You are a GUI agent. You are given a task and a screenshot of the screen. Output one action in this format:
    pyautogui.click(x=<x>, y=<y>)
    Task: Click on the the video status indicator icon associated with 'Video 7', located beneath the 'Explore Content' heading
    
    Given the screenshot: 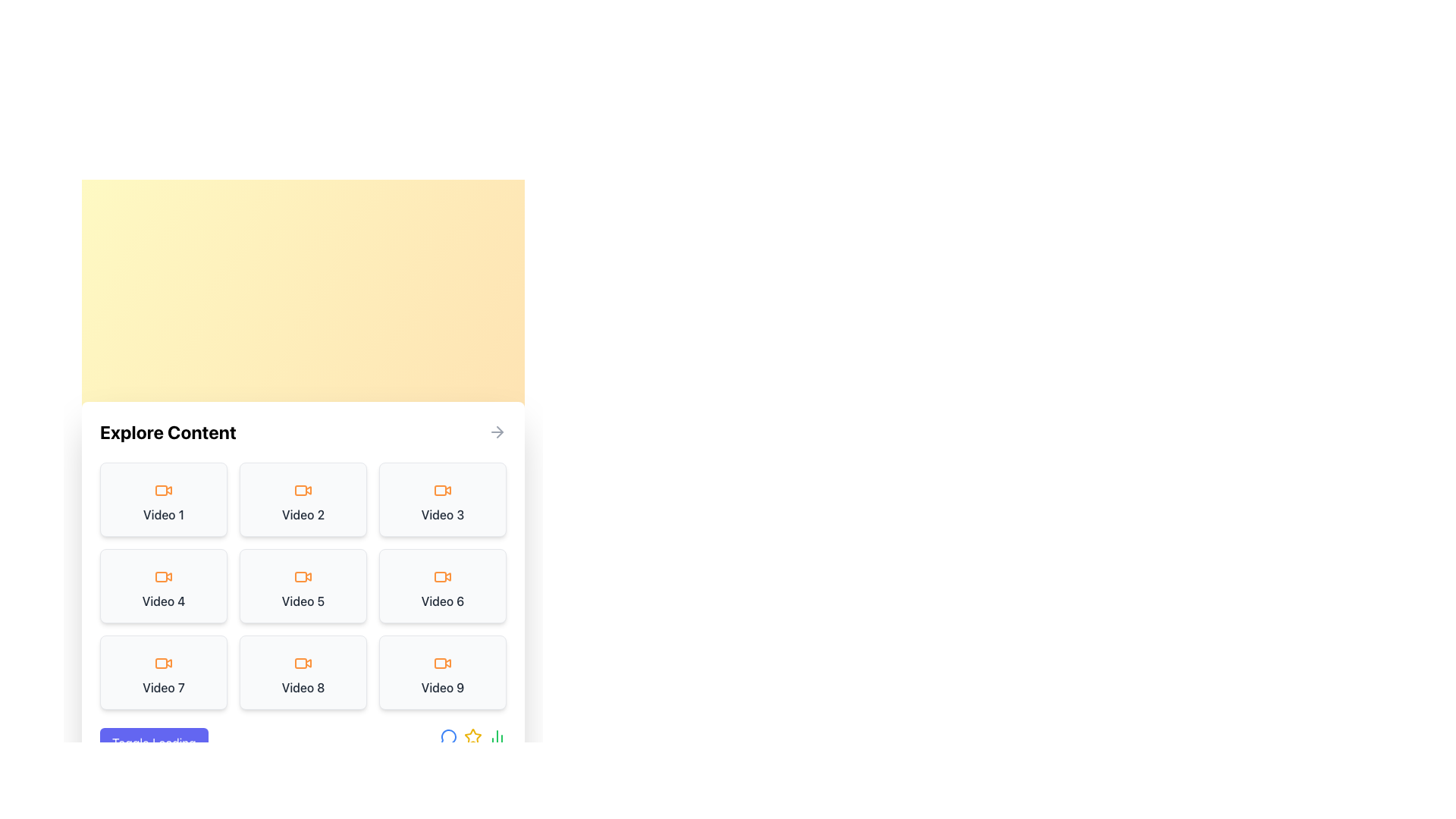 What is the action you would take?
    pyautogui.click(x=161, y=663)
    